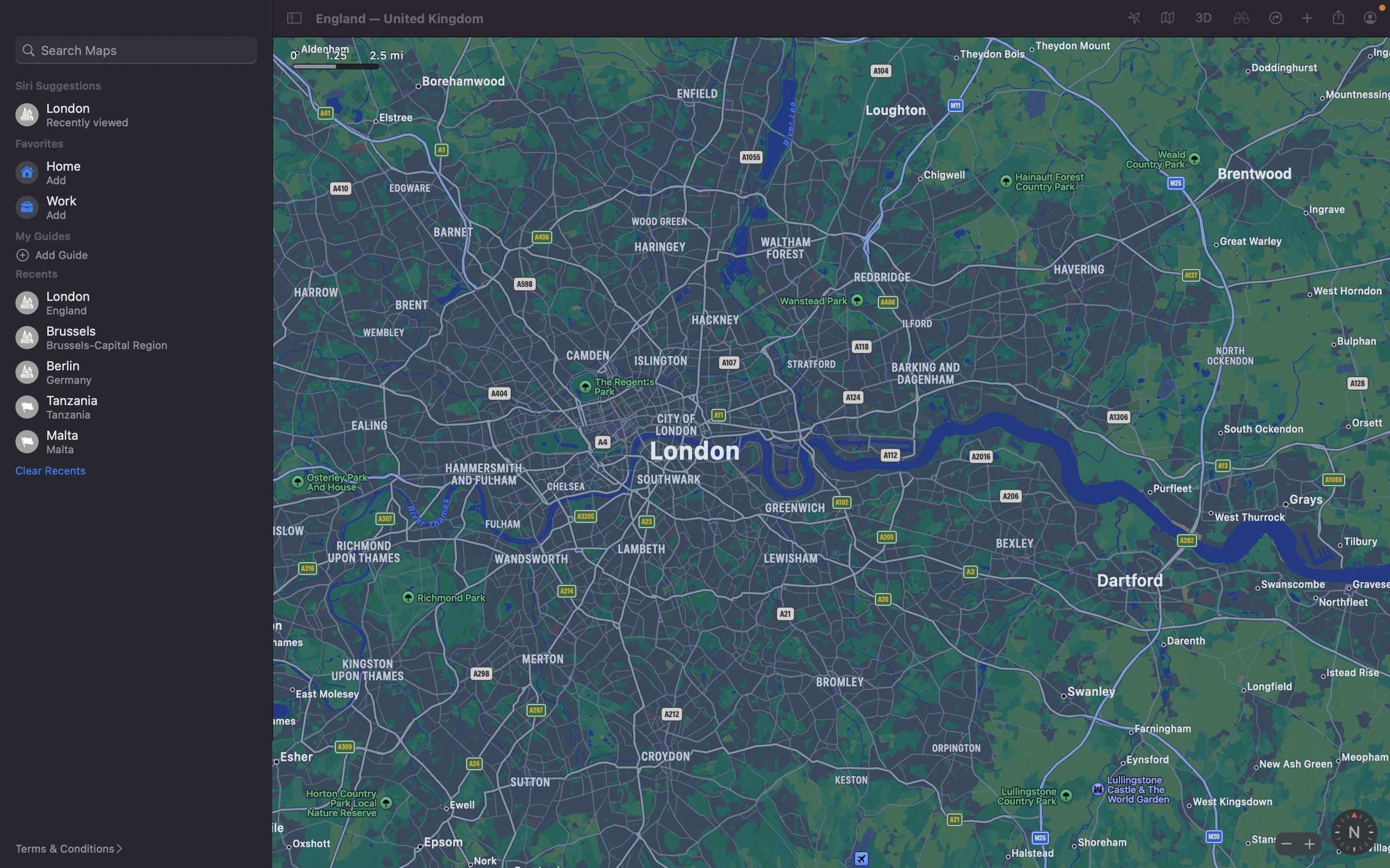 The image size is (1390, 868). I want to click on Add a new location "bars" to your guide, so click(140, 254).